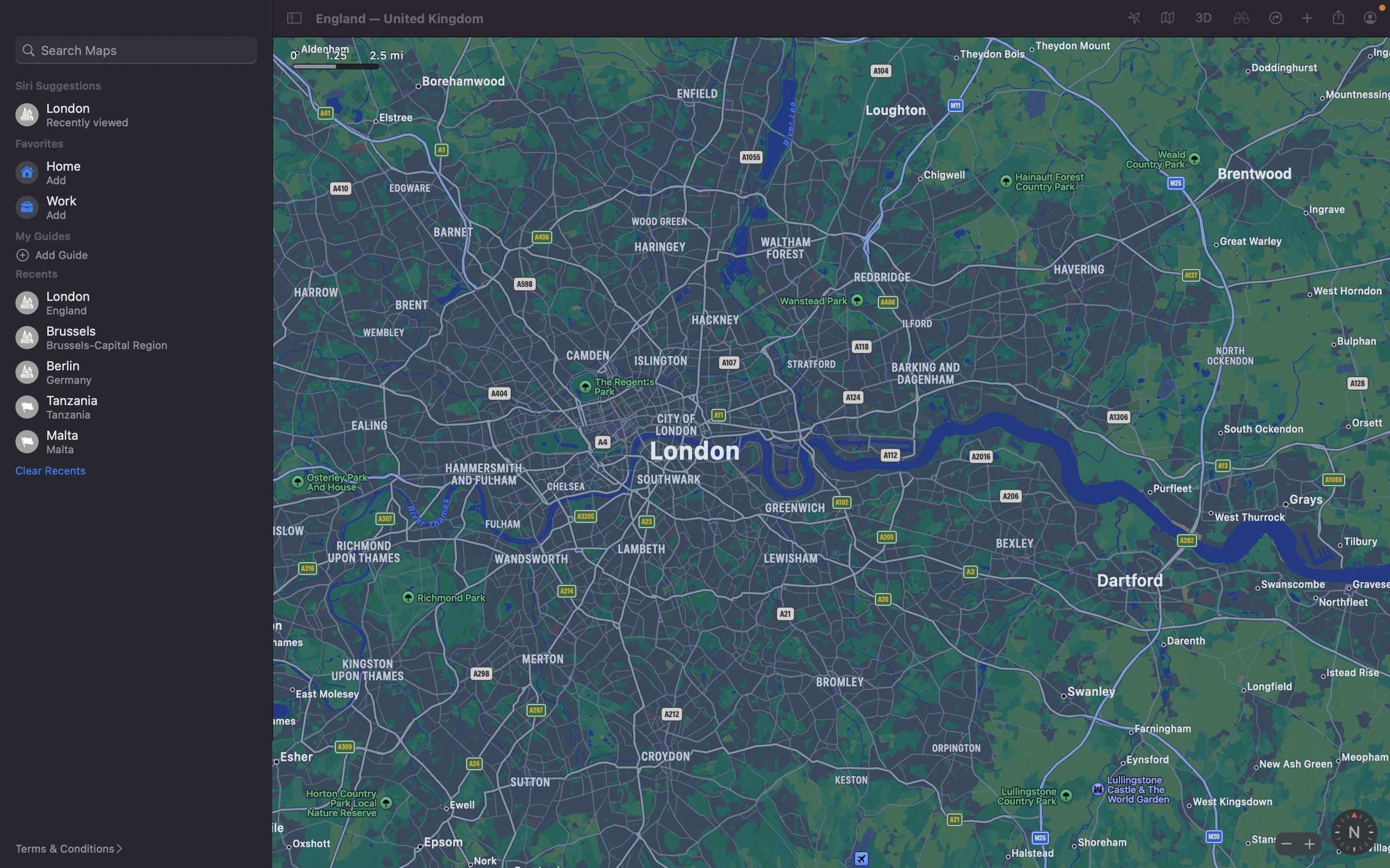 The image size is (1390, 868). I want to click on Add a new location "bars" to your guide, so click(140, 254).